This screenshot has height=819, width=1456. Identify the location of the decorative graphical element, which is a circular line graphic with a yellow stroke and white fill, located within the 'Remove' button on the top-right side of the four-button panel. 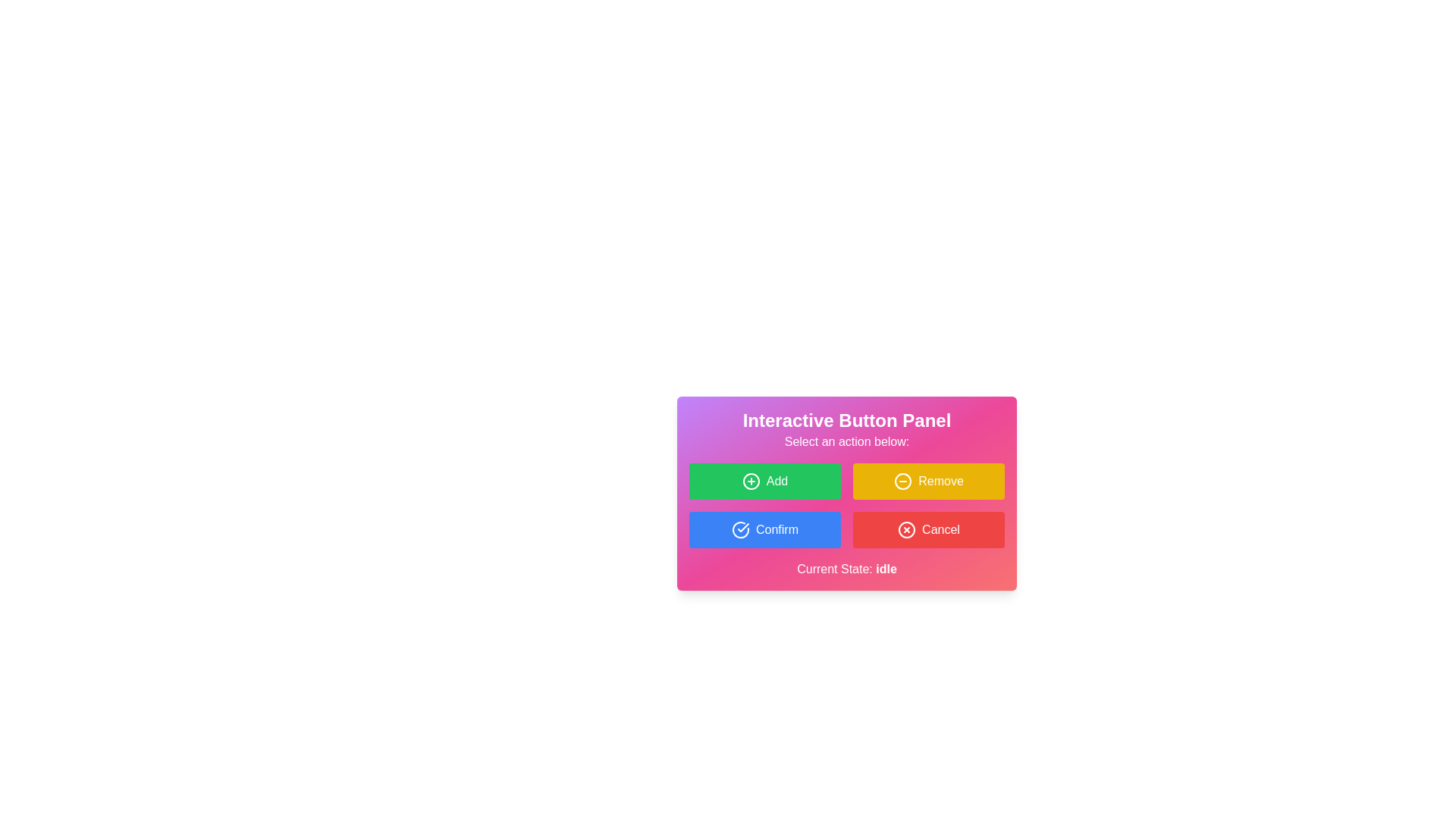
(903, 482).